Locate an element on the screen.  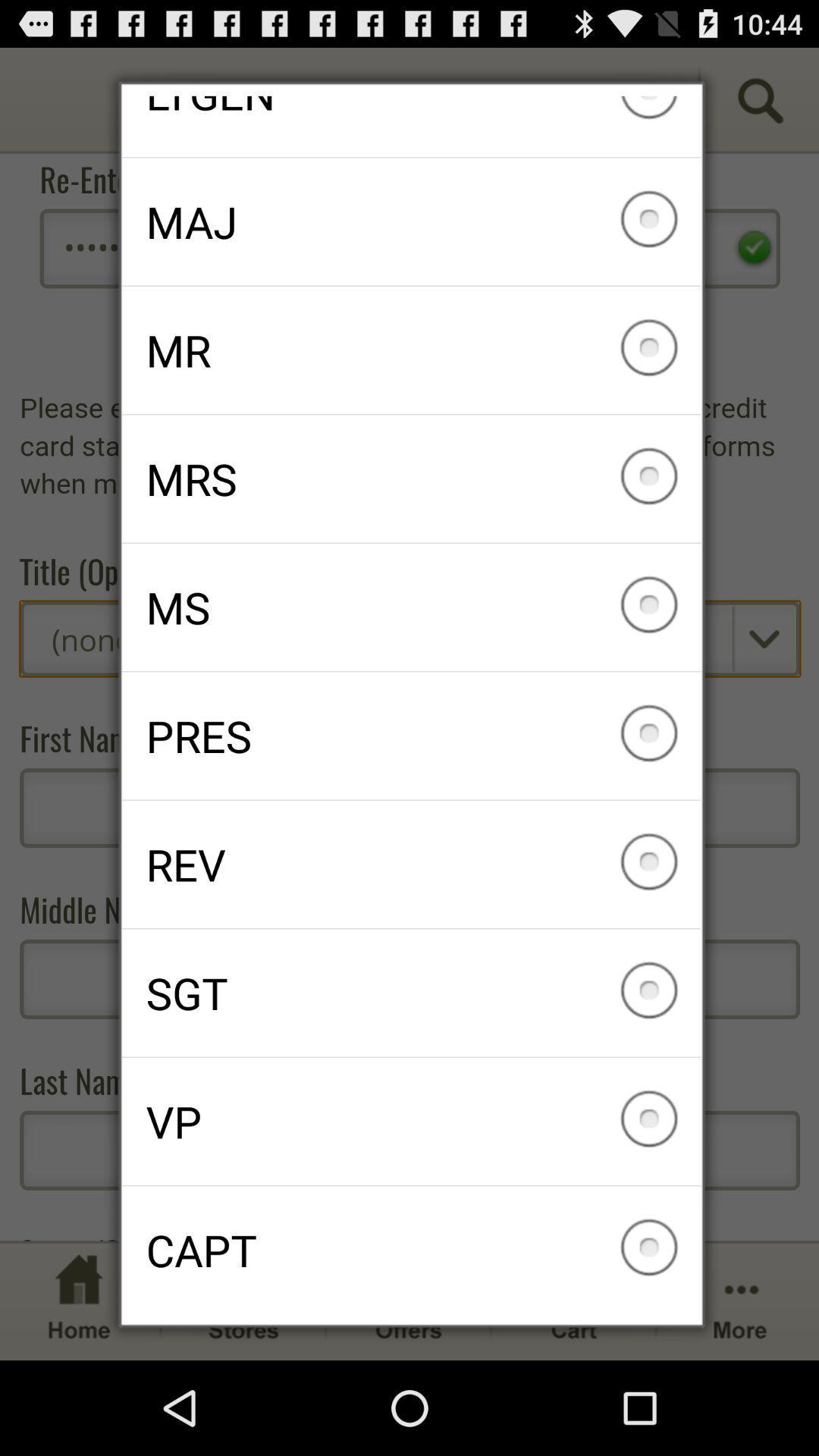
vp icon is located at coordinates (411, 1121).